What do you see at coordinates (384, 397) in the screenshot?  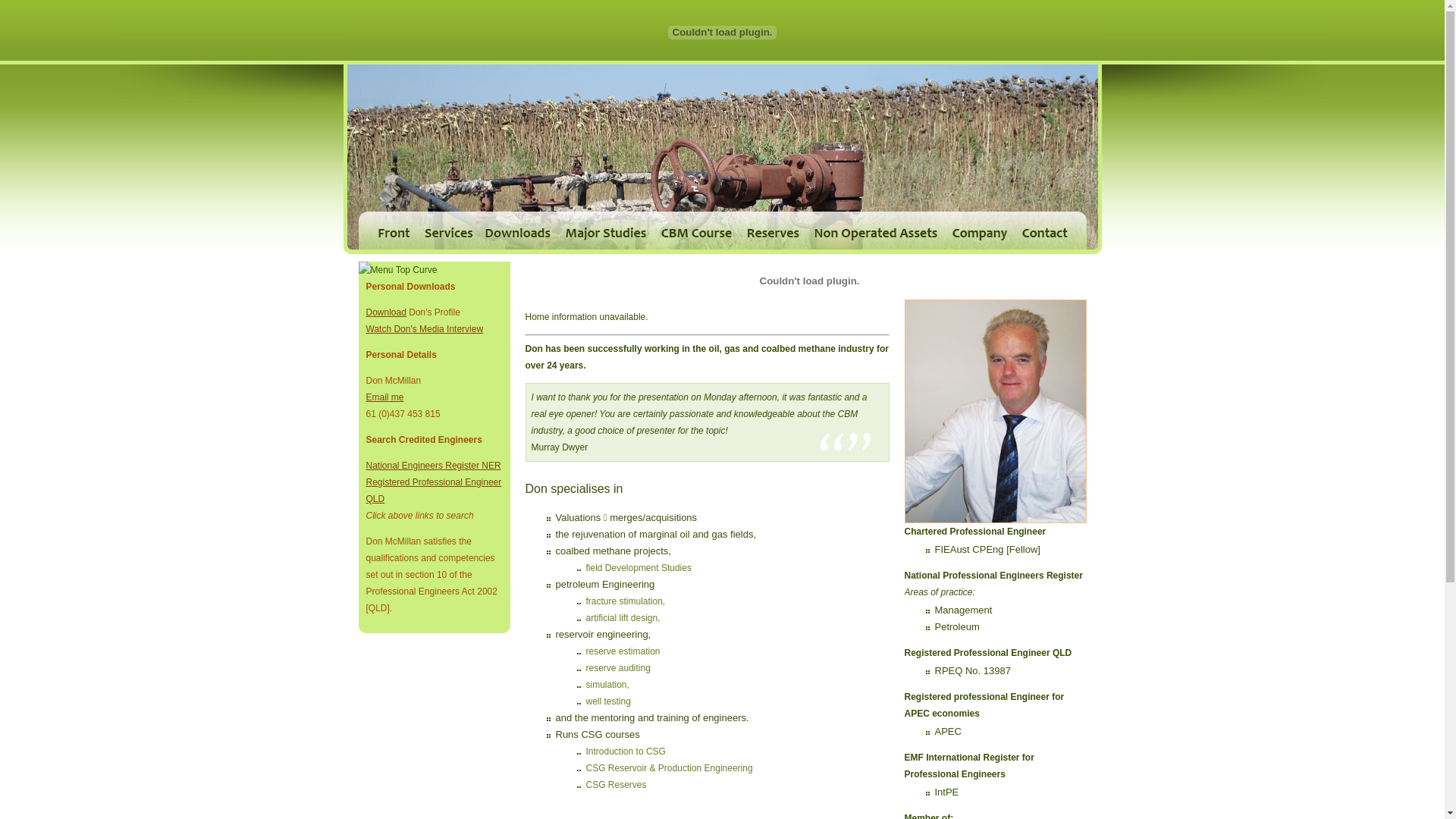 I see `'Email me'` at bounding box center [384, 397].